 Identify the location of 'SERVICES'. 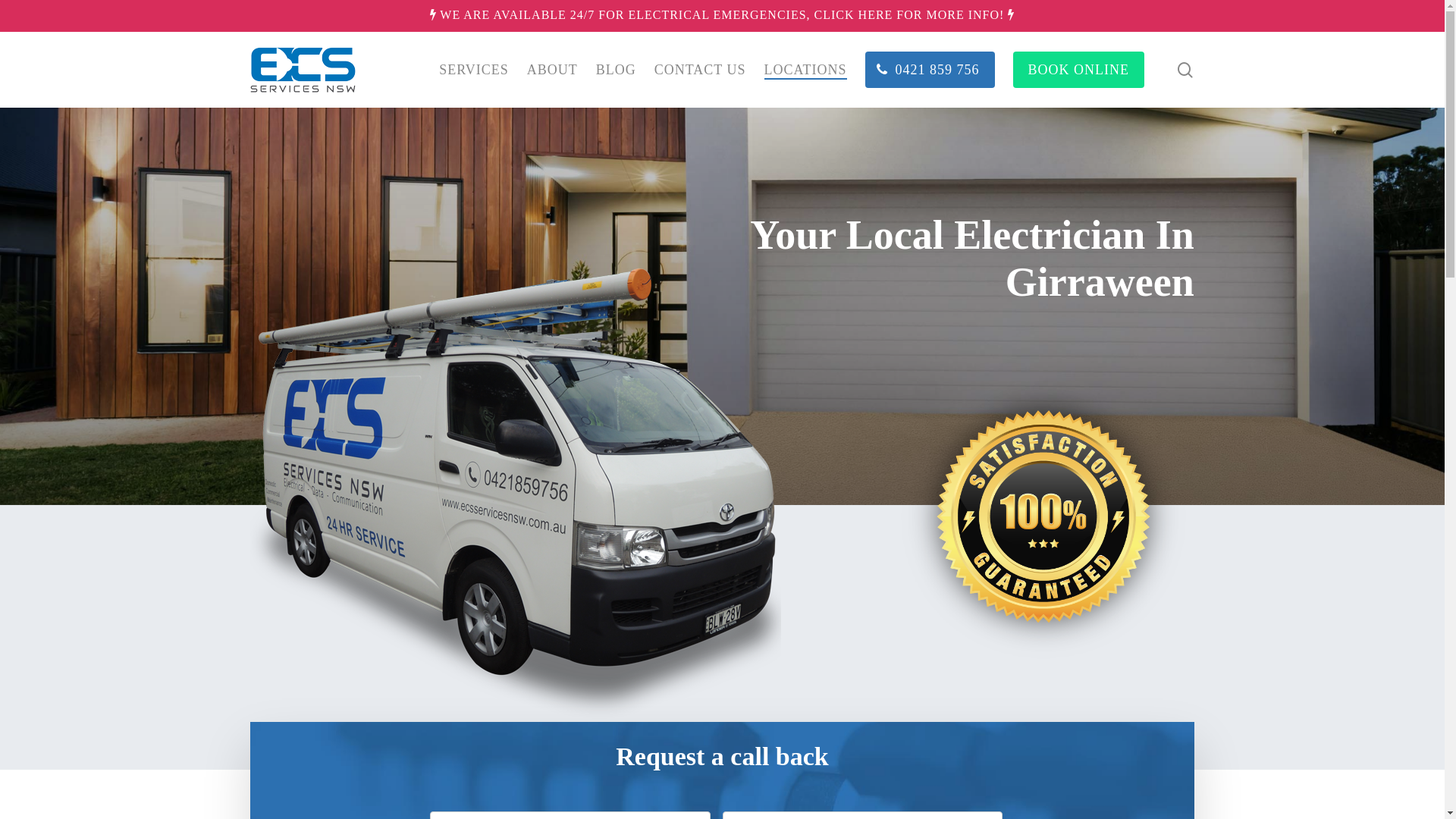
(472, 70).